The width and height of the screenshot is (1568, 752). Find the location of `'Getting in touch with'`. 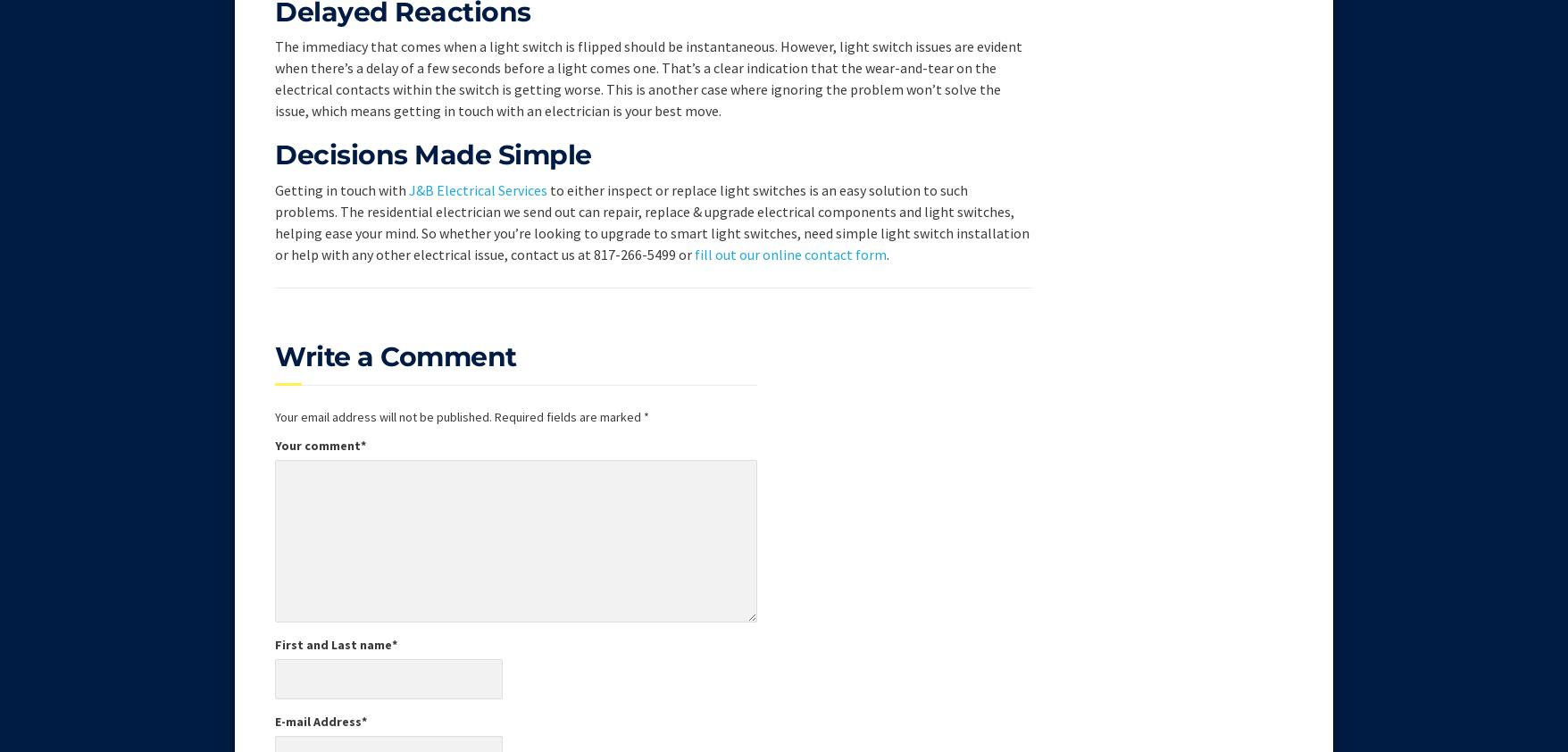

'Getting in touch with' is located at coordinates (340, 189).